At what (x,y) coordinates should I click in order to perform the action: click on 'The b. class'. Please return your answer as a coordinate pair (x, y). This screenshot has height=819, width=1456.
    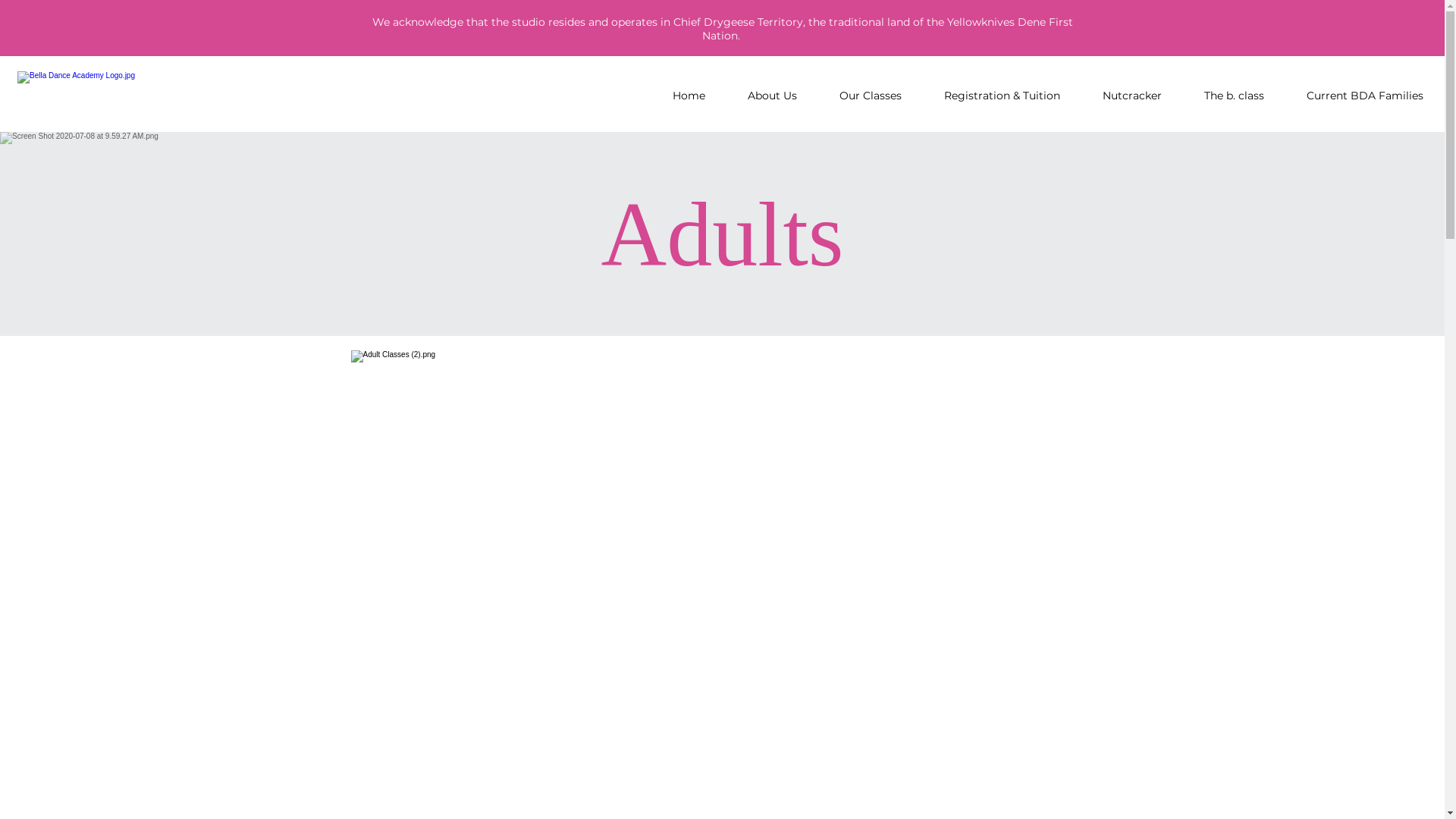
    Looking at the image, I should click on (1234, 96).